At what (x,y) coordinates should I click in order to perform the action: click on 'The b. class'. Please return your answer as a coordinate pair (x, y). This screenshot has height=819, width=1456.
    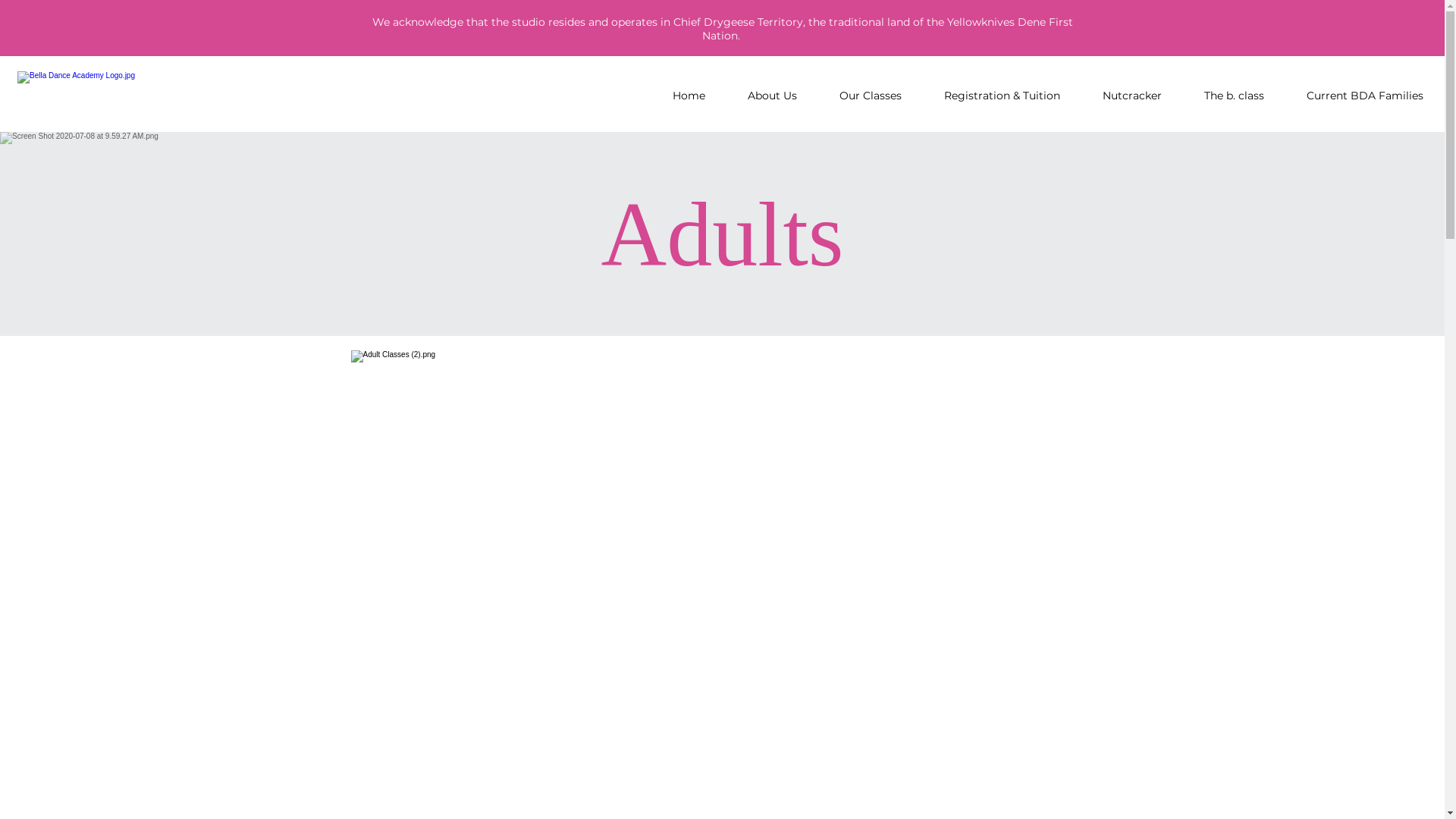
    Looking at the image, I should click on (1234, 96).